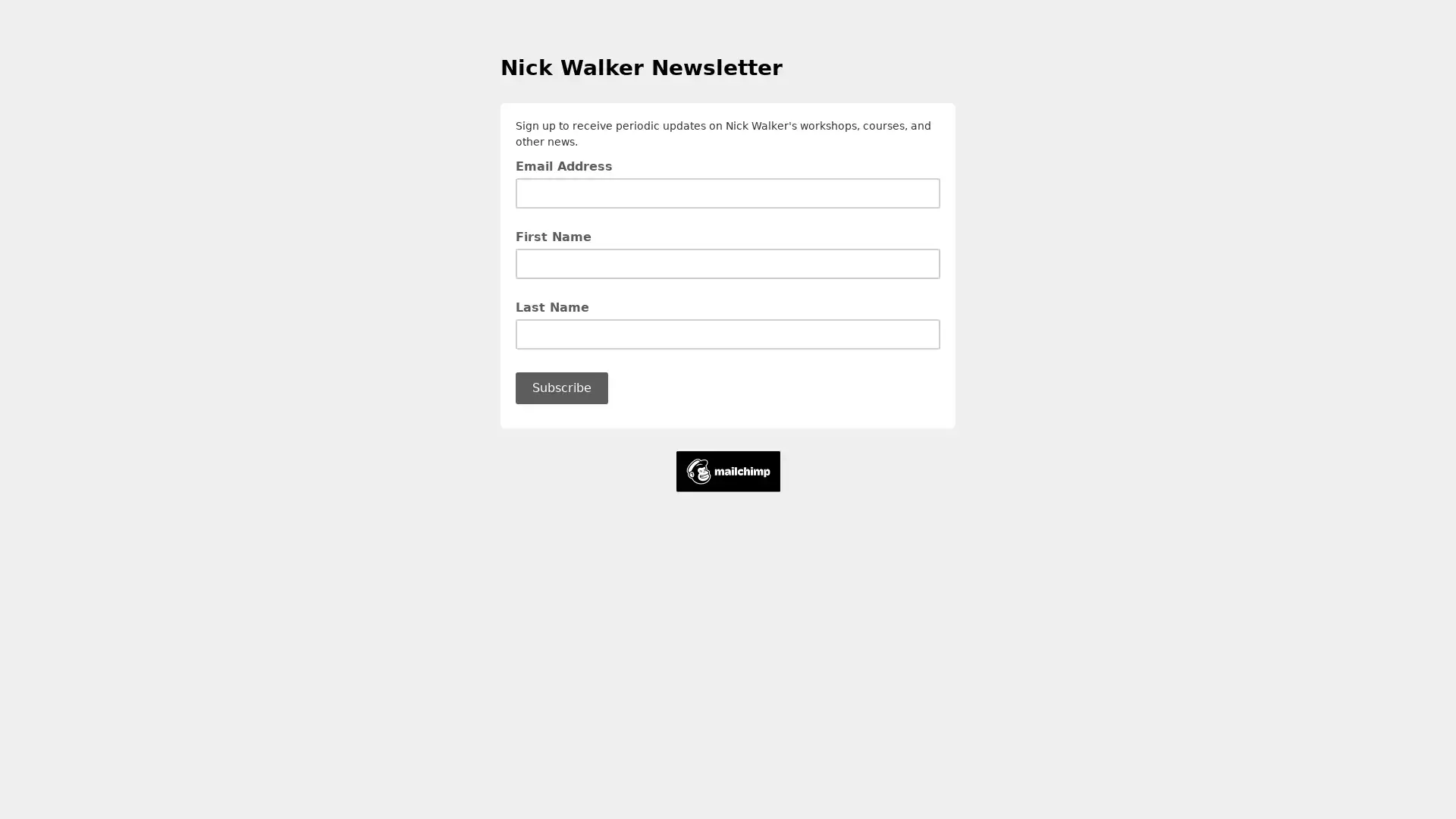  I want to click on Subscribe, so click(560, 386).